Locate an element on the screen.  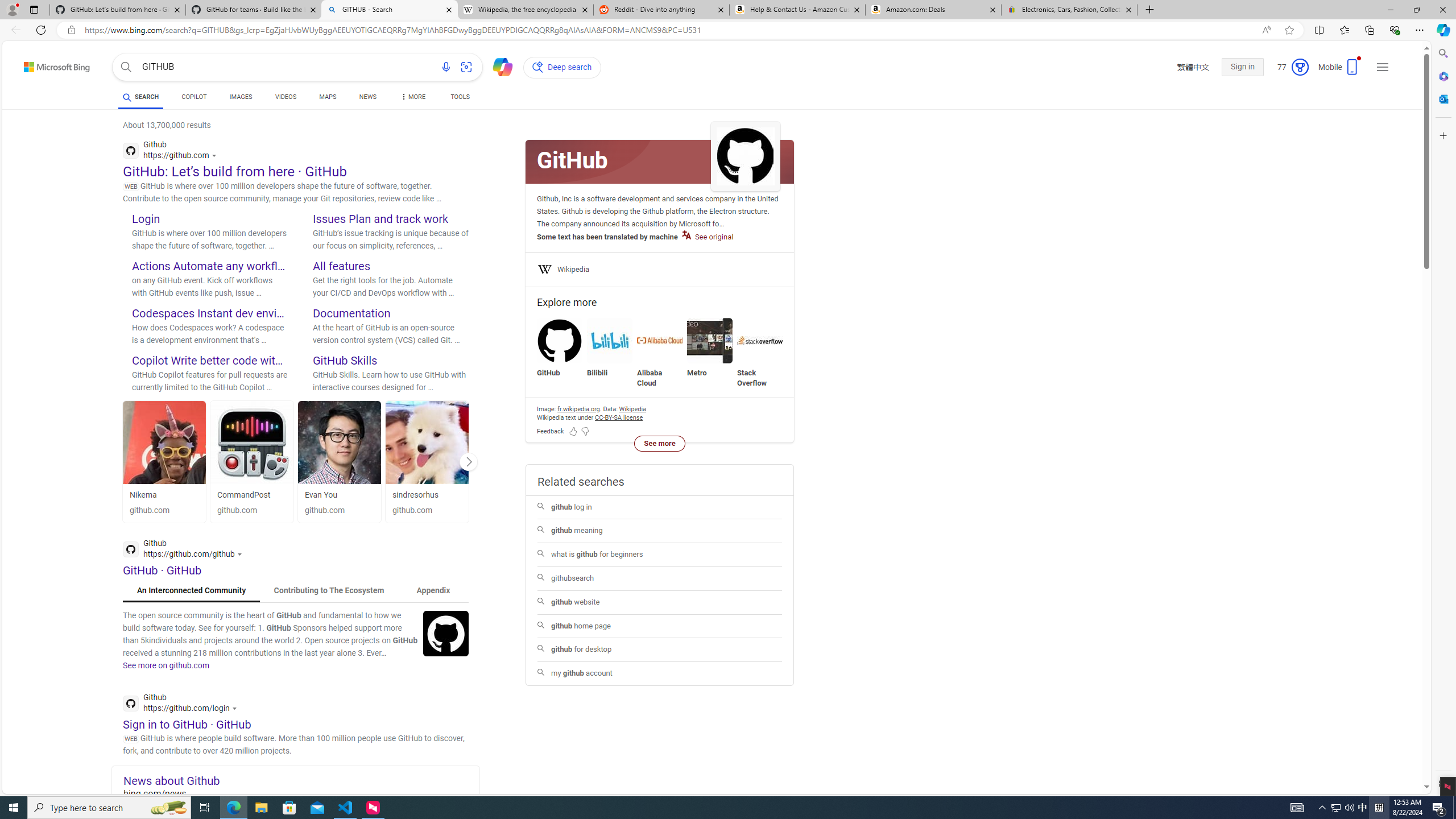
'All features' is located at coordinates (341, 266).